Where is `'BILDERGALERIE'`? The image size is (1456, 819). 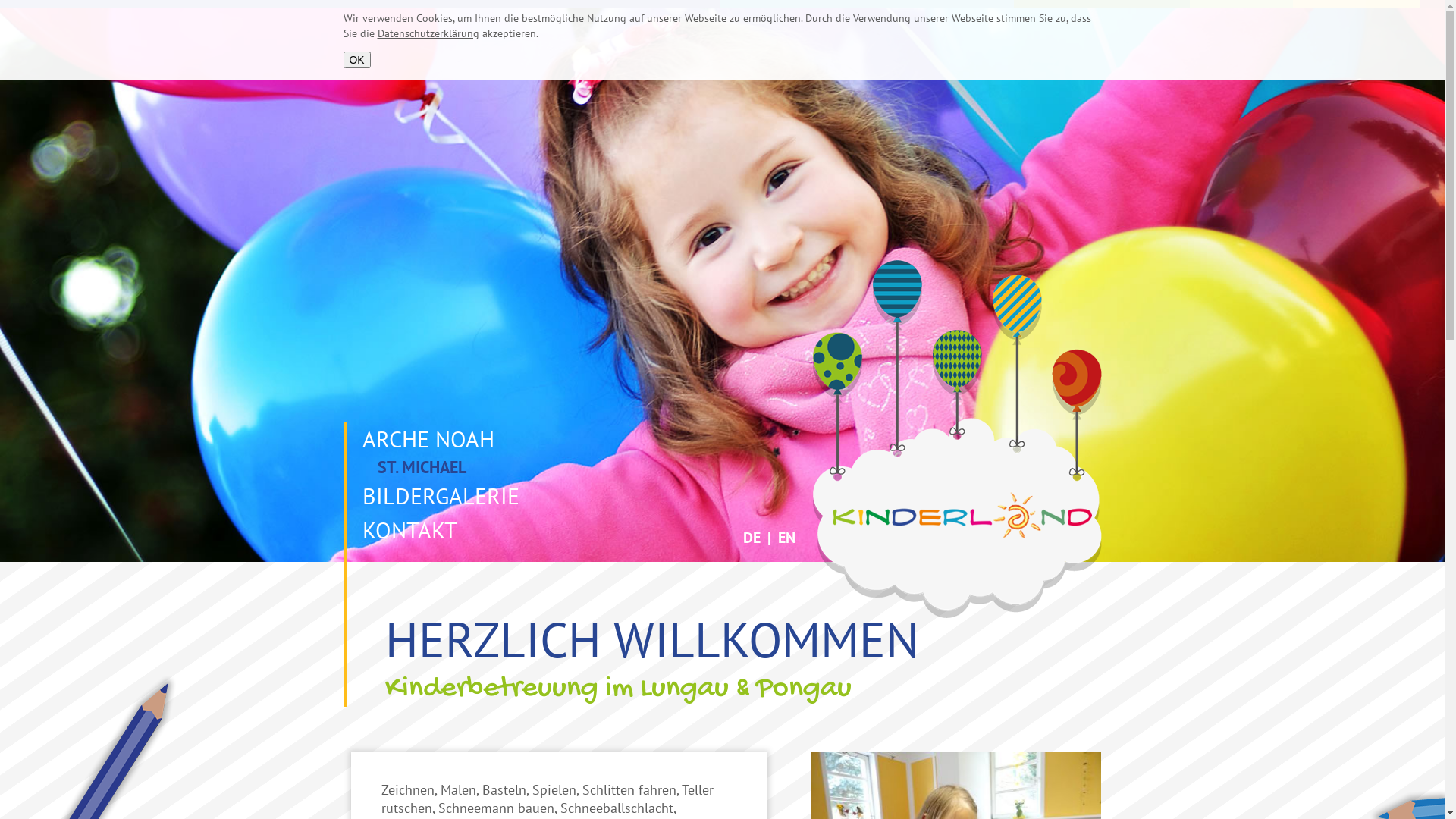
'BILDERGALERIE' is located at coordinates (346, 495).